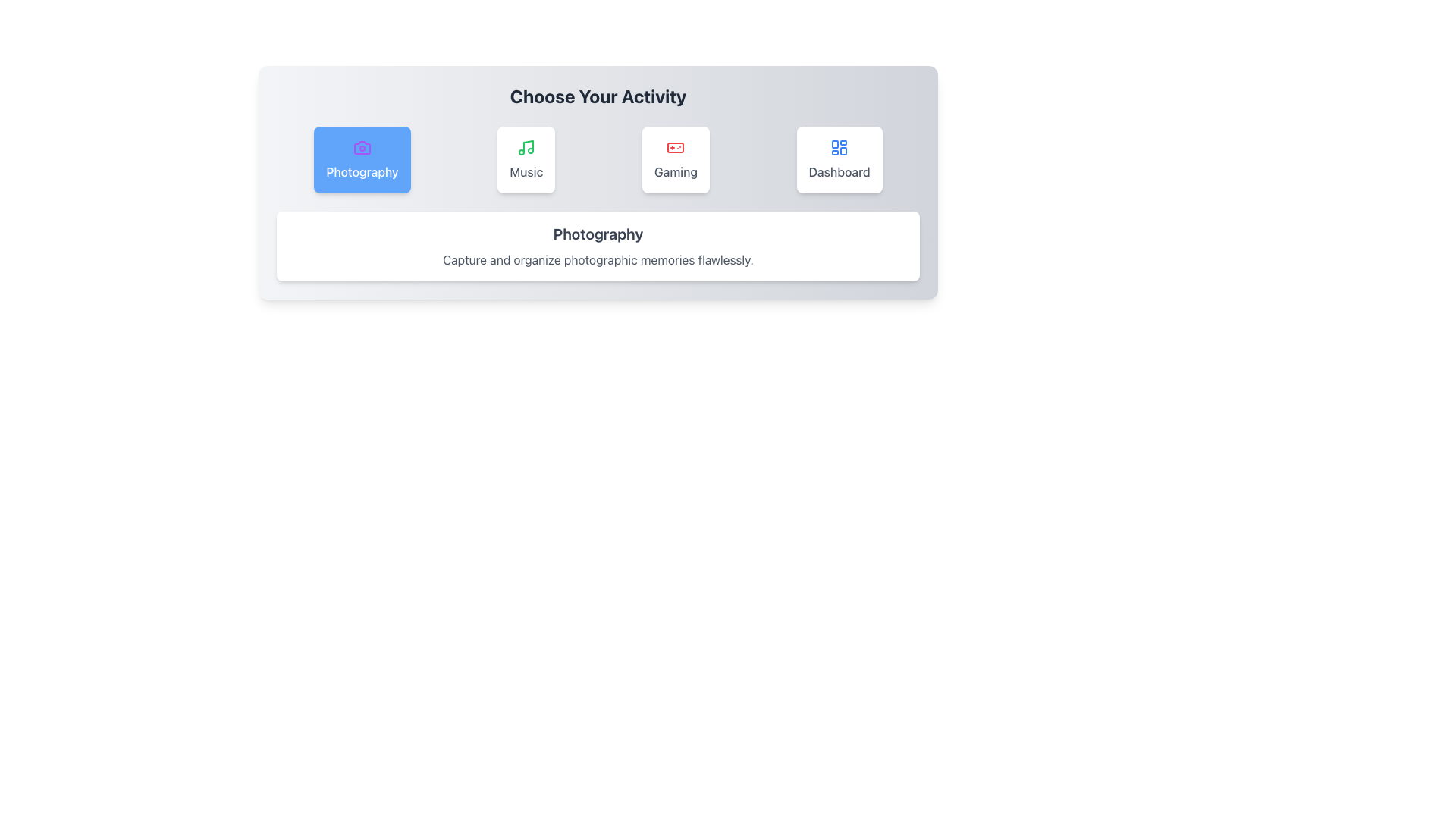 This screenshot has height=819, width=1456. I want to click on the 'Gaming' activity card, which is the third button in a row of four cards labeled 'Music', 'Gaming', and 'Dashboard', so click(675, 160).